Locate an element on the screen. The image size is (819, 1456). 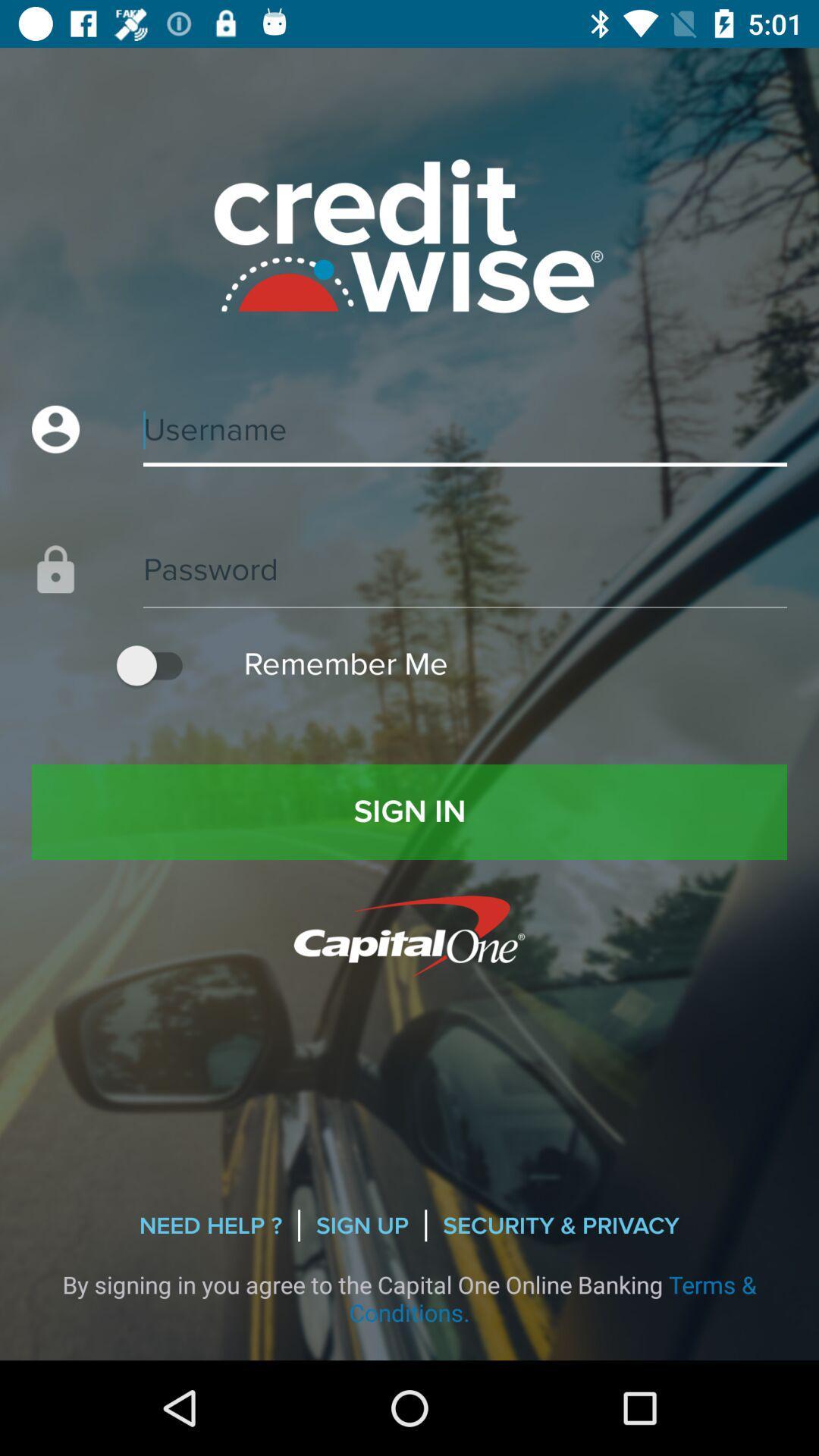
security & privacy icon is located at coordinates (561, 1225).